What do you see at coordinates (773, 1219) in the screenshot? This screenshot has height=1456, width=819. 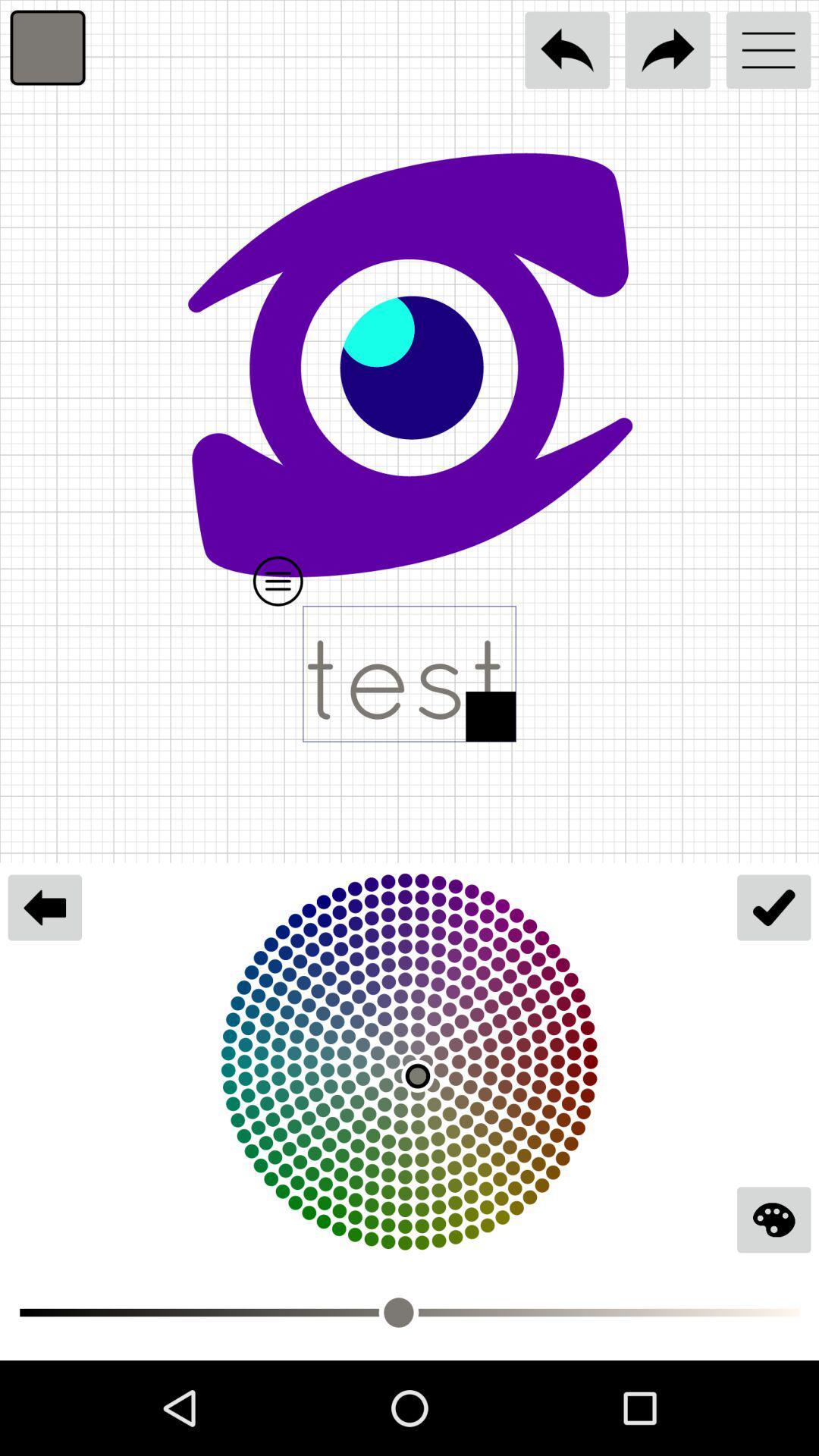 I see `the globe icon` at bounding box center [773, 1219].